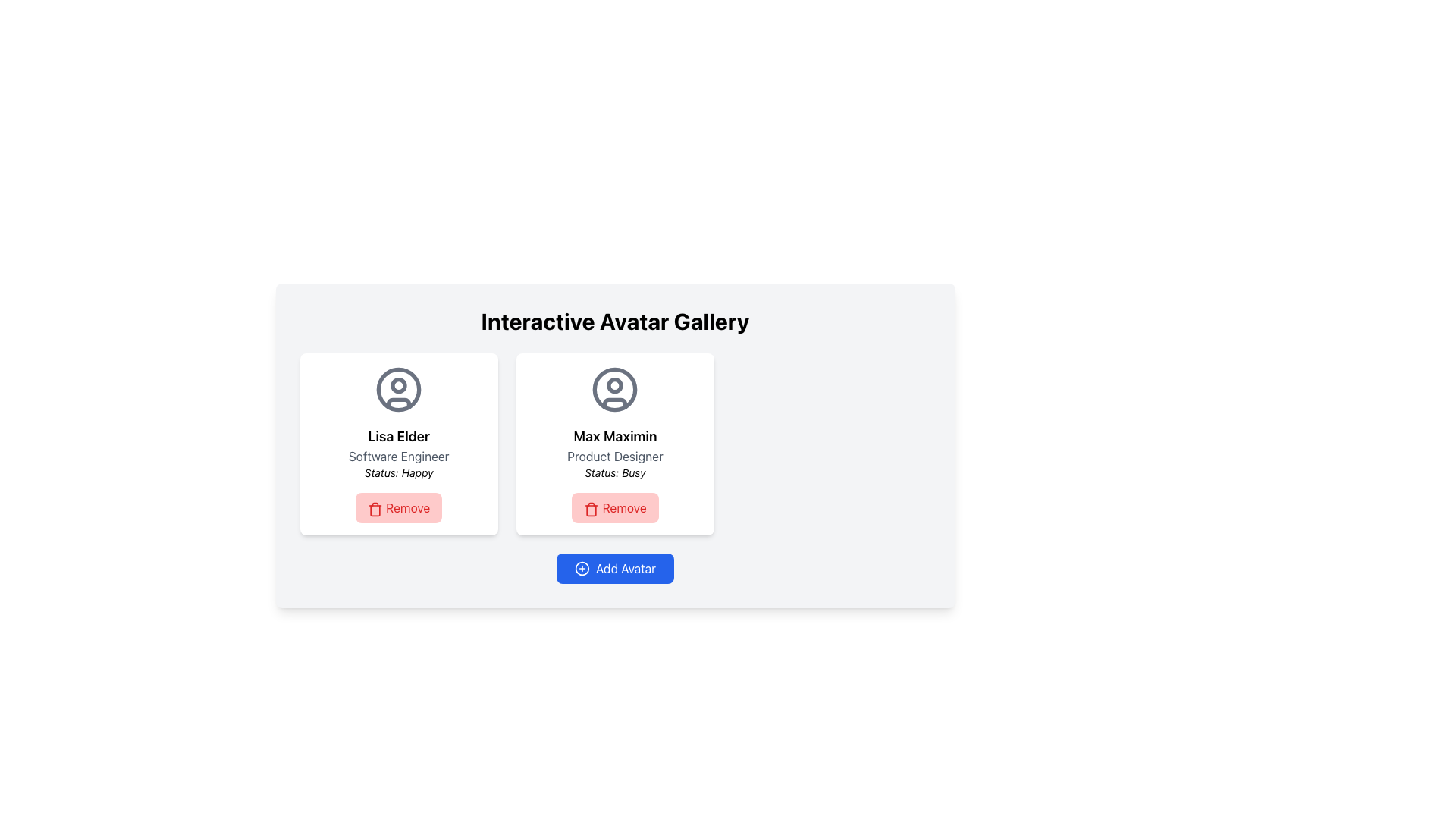  I want to click on the status indicator text label that shows 'Max Maximin' is 'Busy', located below 'Product Designer' in the profile card, so click(615, 472).